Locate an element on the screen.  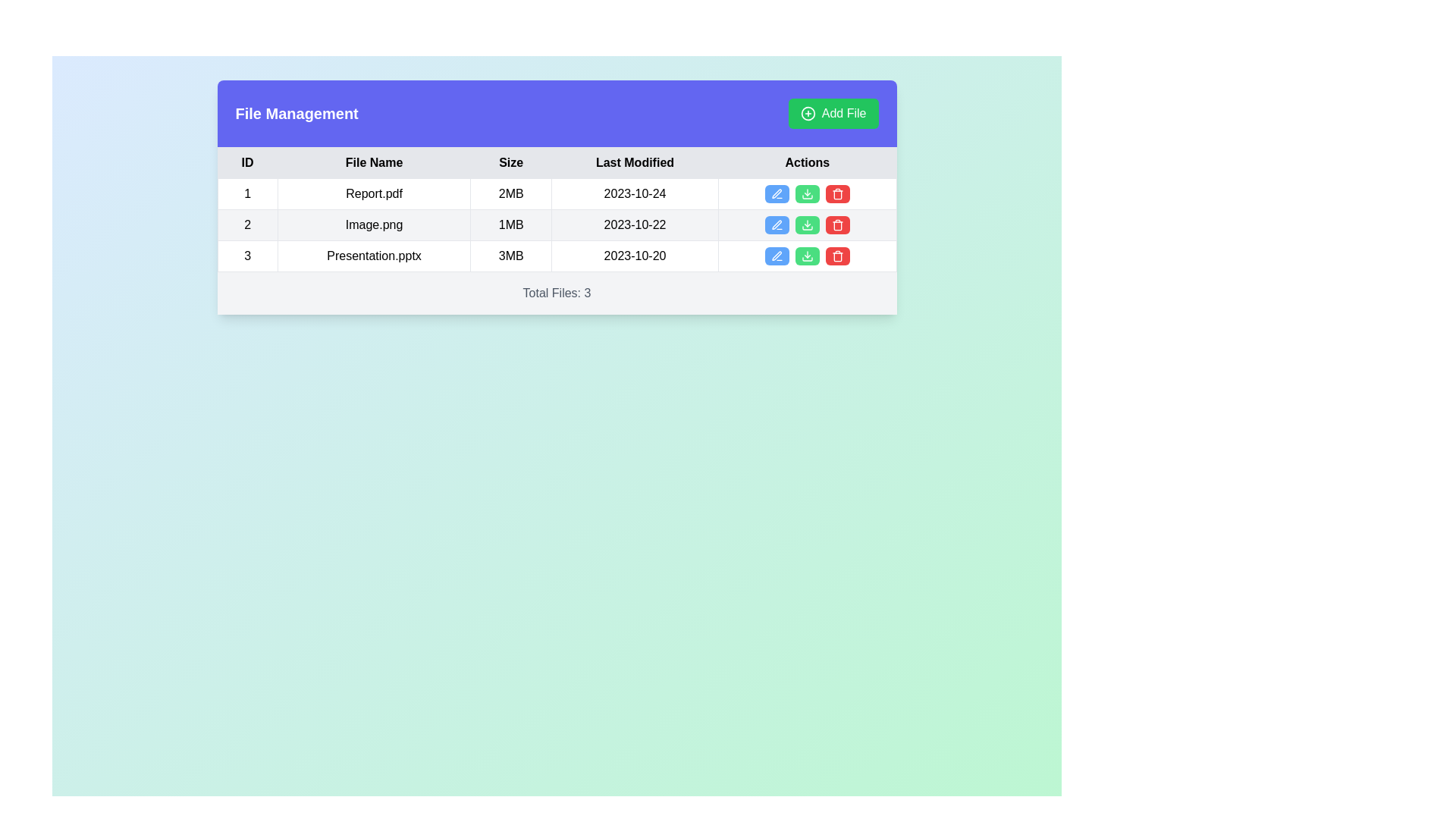
the table cell containing the numerical content in the first column of the last row under the 'ID' column header is located at coordinates (247, 256).